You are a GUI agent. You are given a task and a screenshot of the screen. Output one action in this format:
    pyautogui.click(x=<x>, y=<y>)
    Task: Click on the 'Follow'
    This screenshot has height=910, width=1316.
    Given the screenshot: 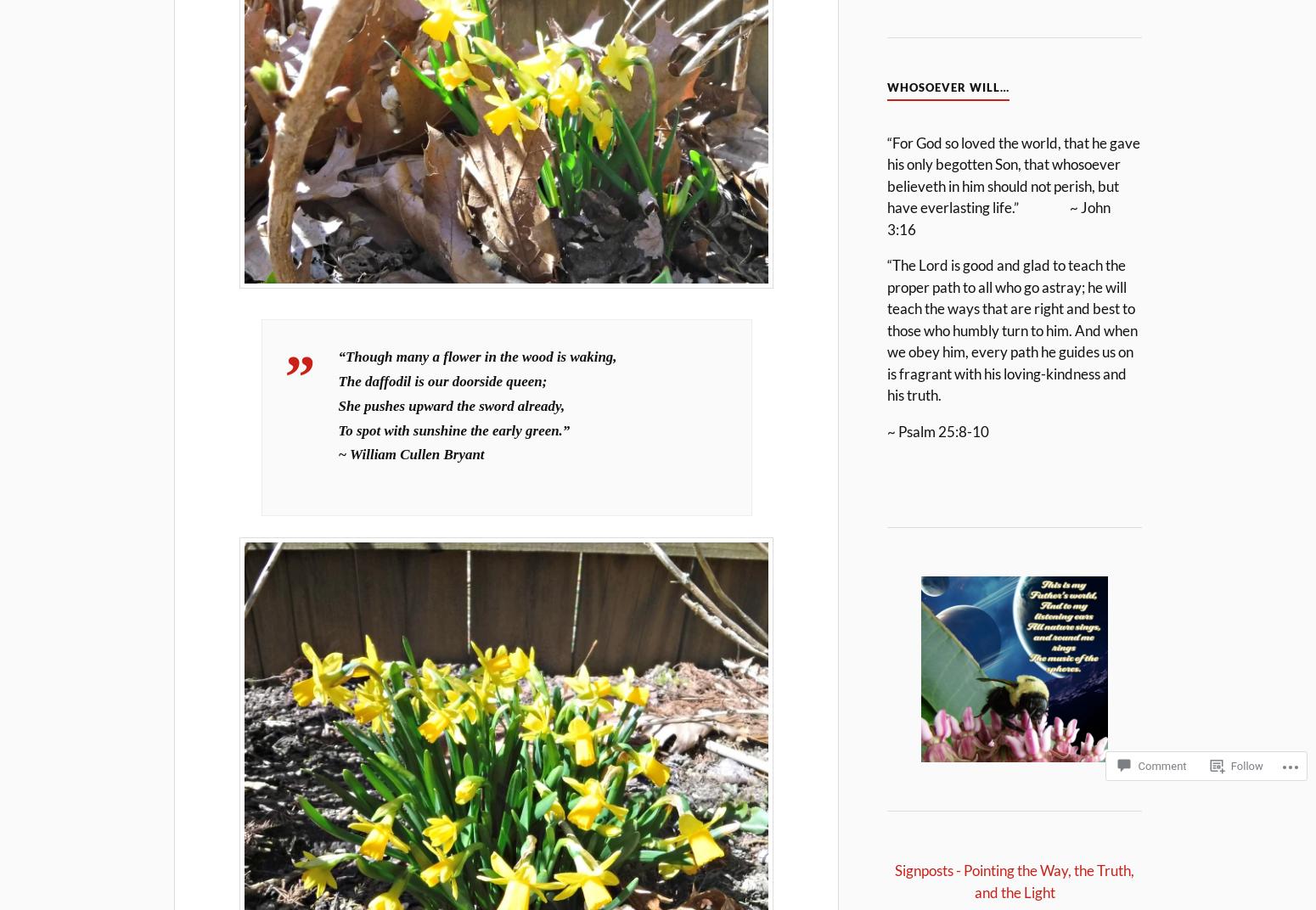 What is the action you would take?
    pyautogui.click(x=1229, y=764)
    